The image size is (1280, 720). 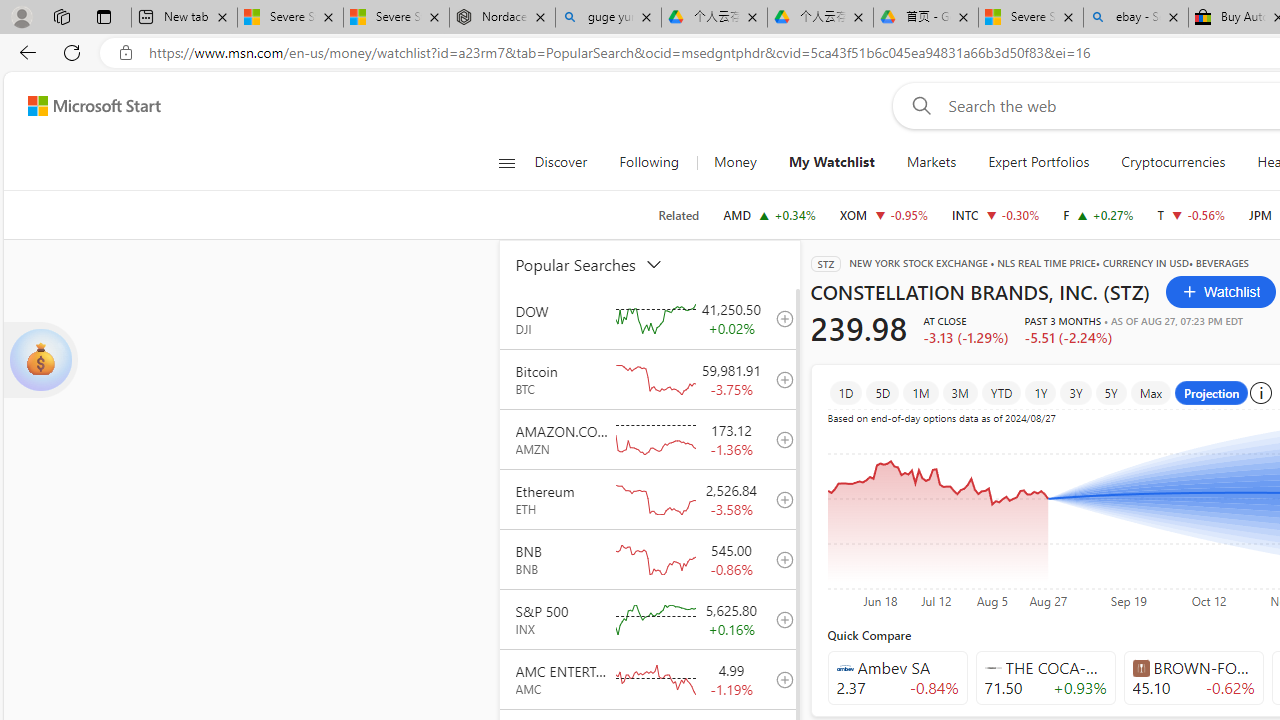 I want to click on '3Y', so click(x=1074, y=392).